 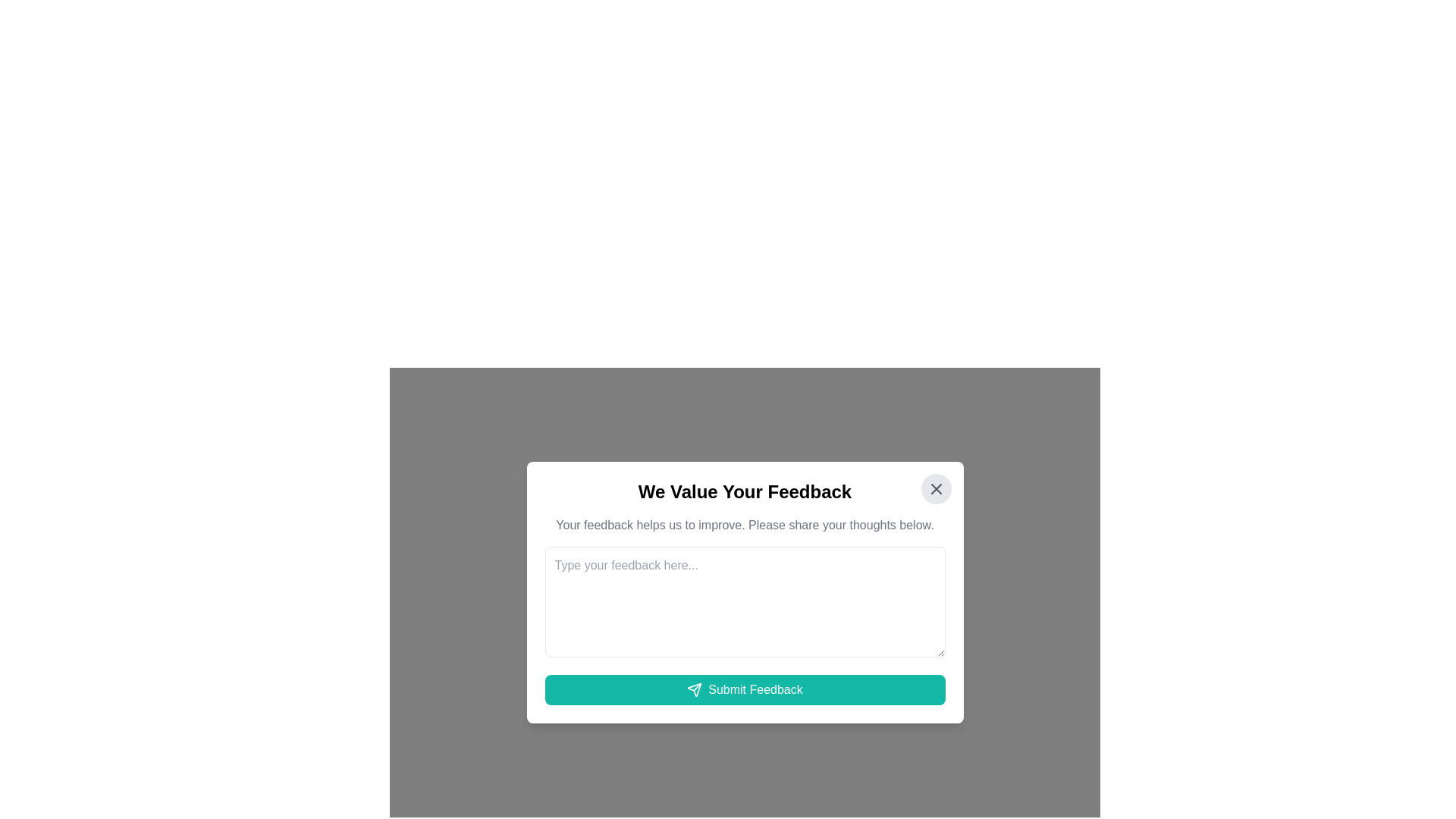 I want to click on the close button located at the top right corner of the dialog box, so click(x=935, y=488).